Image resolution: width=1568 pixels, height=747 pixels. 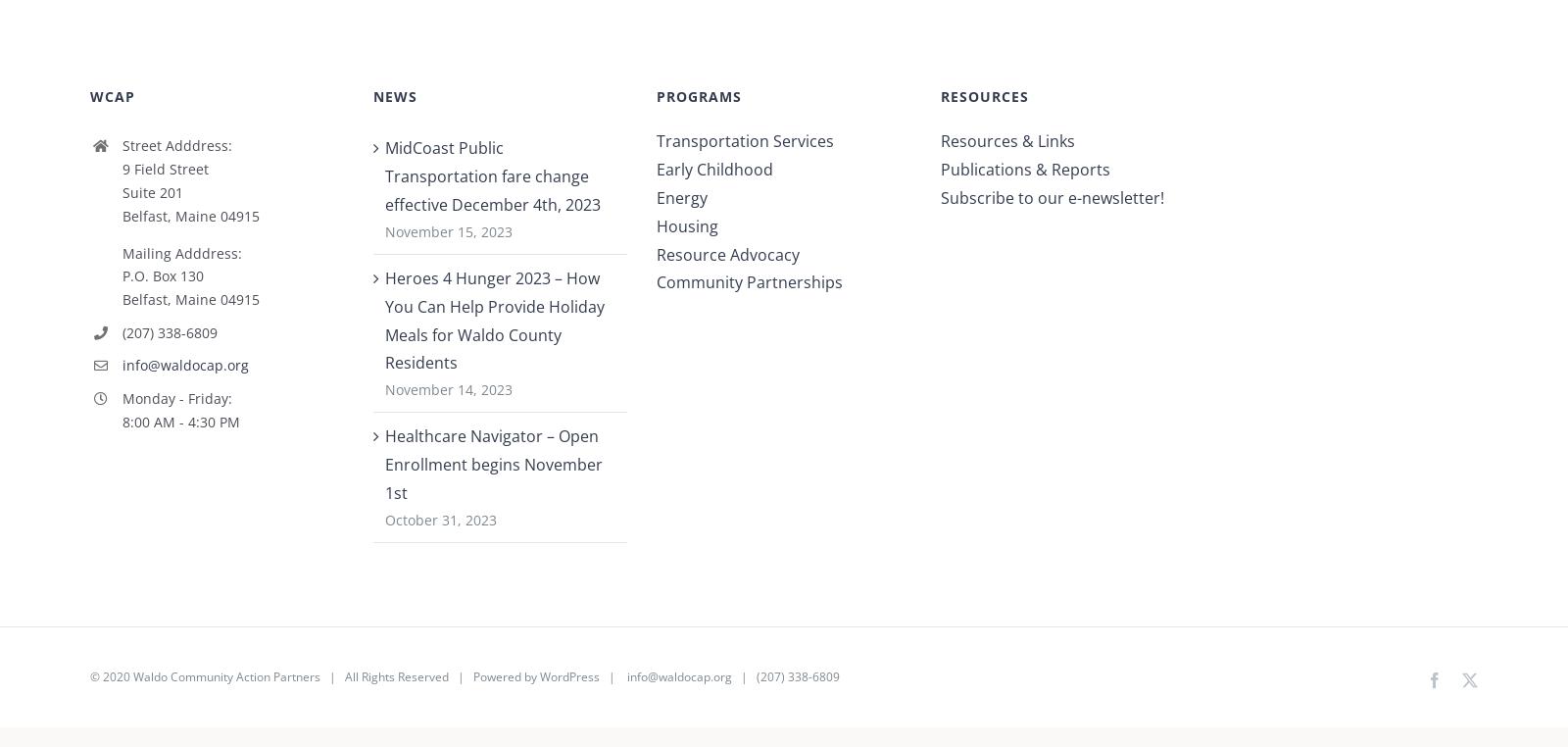 What do you see at coordinates (169, 339) in the screenshot?
I see `'(207) 338-6809'` at bounding box center [169, 339].